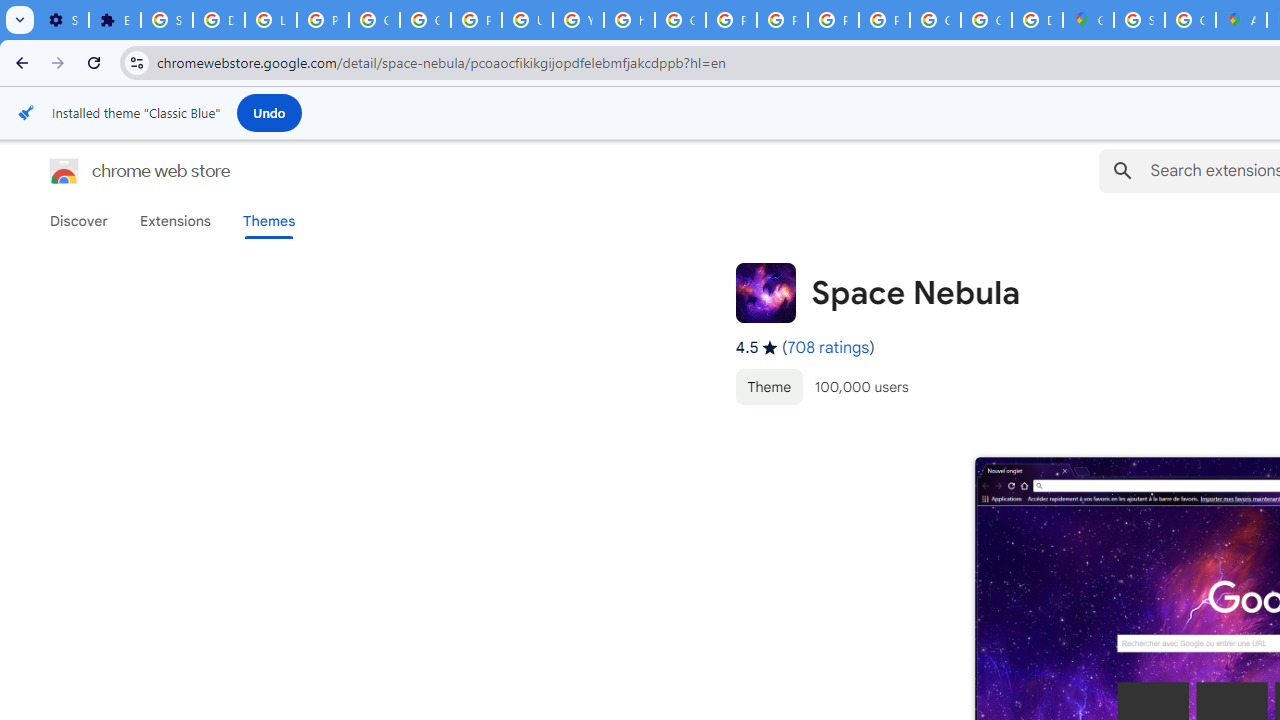 Image resolution: width=1280 pixels, height=720 pixels. Describe the element at coordinates (135, 61) in the screenshot. I see `'View site information'` at that location.